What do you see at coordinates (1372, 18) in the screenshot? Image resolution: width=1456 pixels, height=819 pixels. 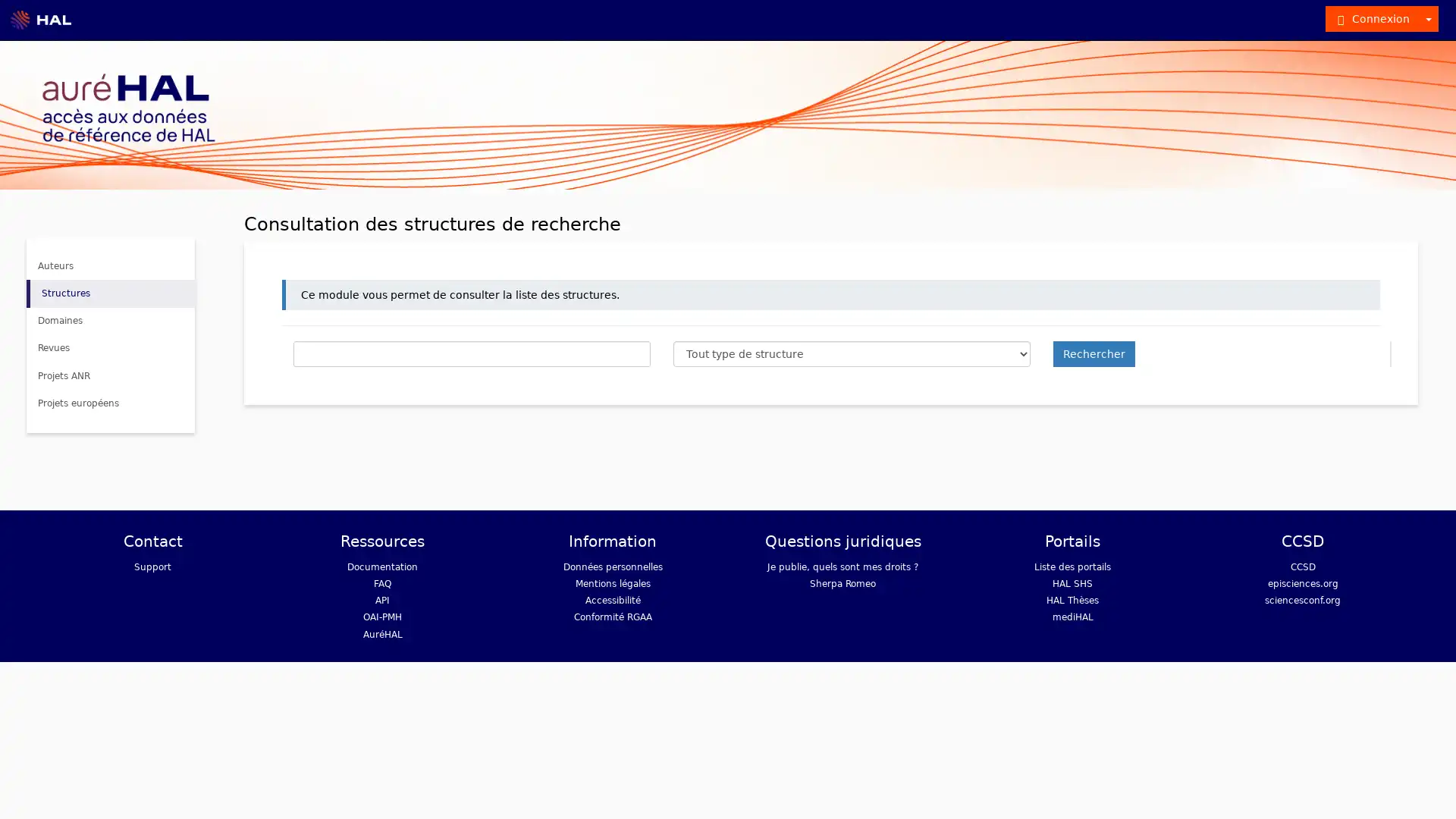 I see `Connexion` at bounding box center [1372, 18].